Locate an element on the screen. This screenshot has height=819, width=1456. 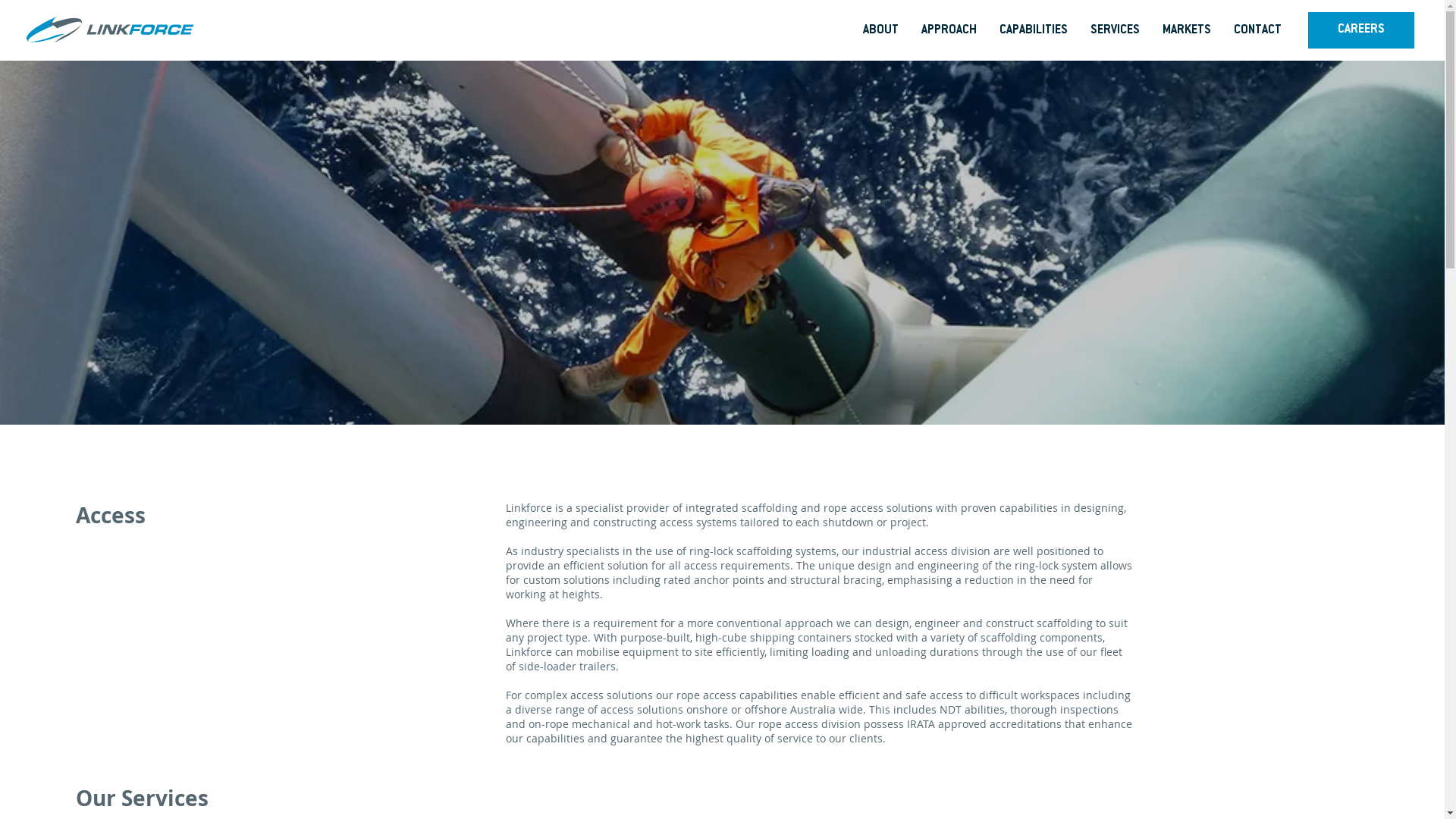
'CONTACT' is located at coordinates (1222, 30).